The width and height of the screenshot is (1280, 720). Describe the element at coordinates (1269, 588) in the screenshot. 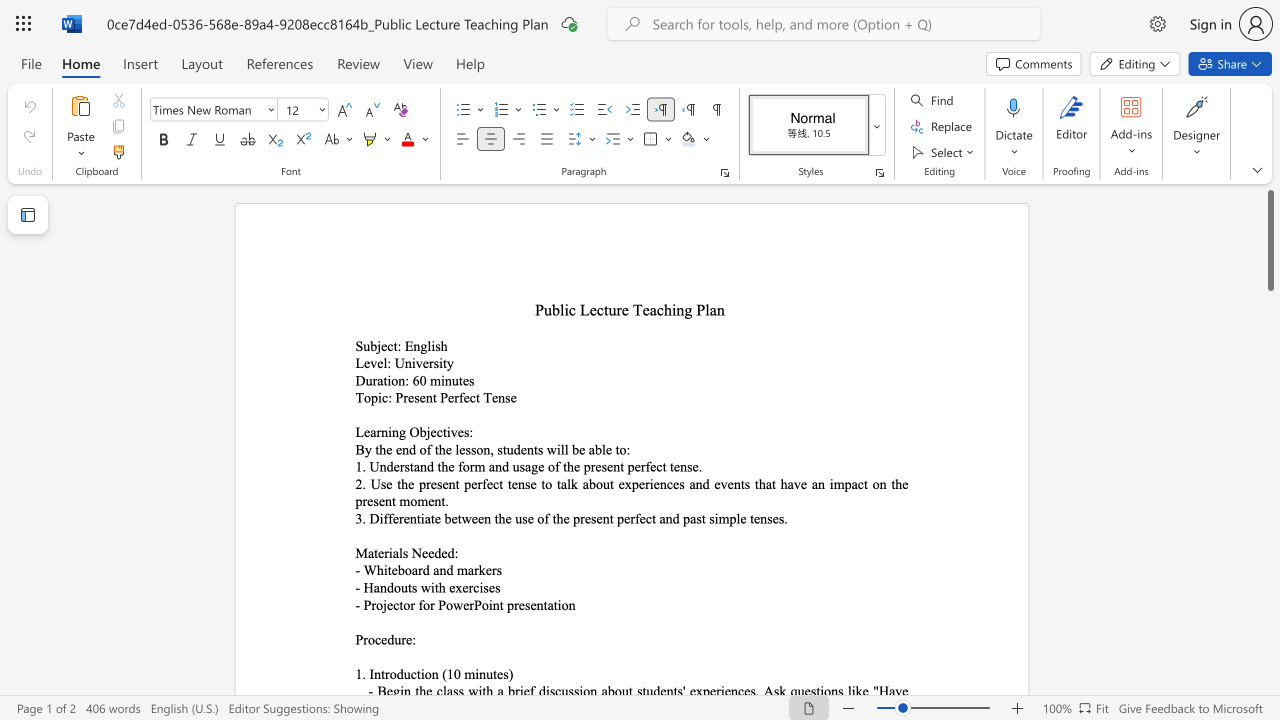

I see `the scrollbar to slide the page down` at that location.